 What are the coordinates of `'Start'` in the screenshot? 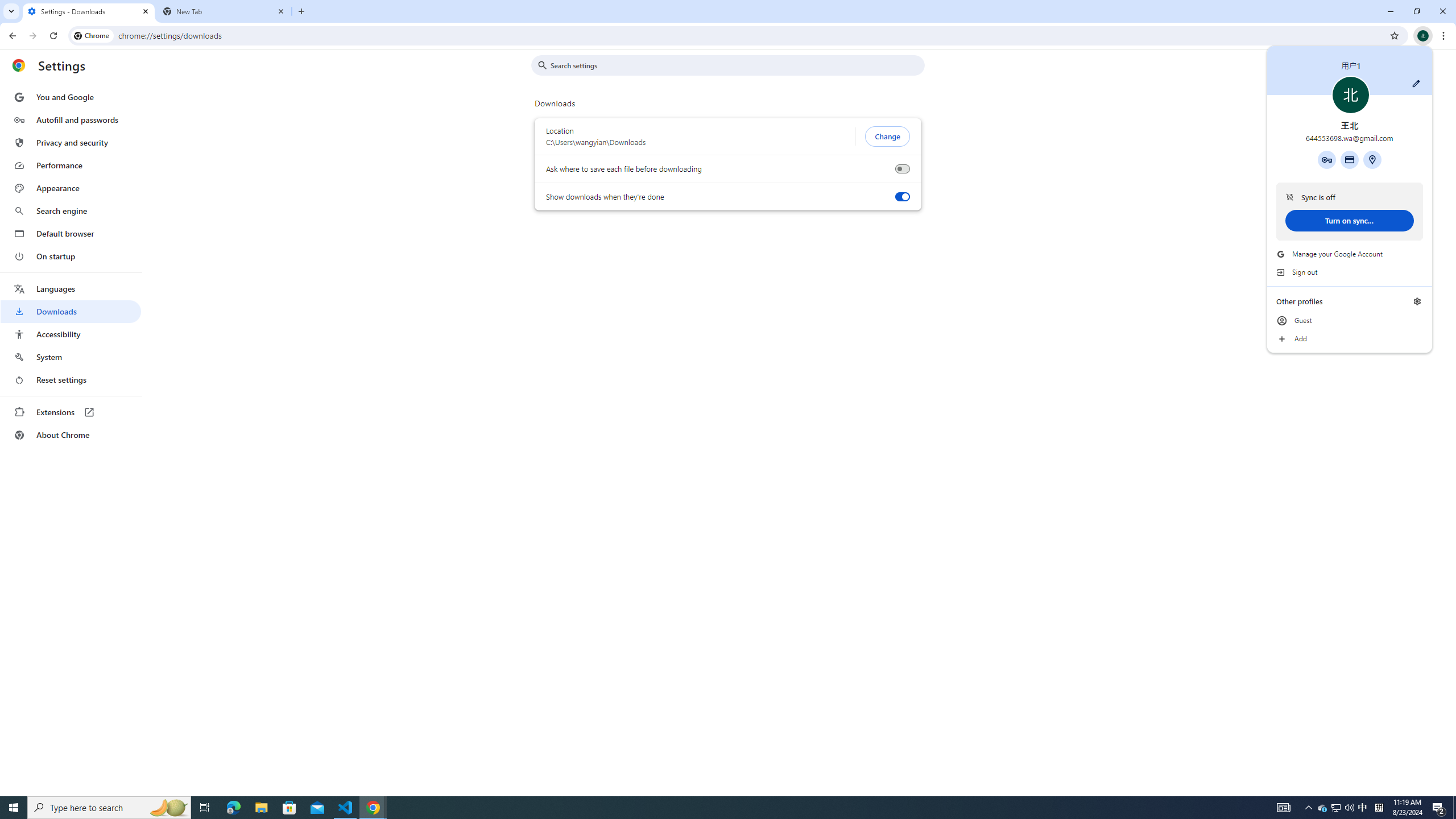 It's located at (14, 806).